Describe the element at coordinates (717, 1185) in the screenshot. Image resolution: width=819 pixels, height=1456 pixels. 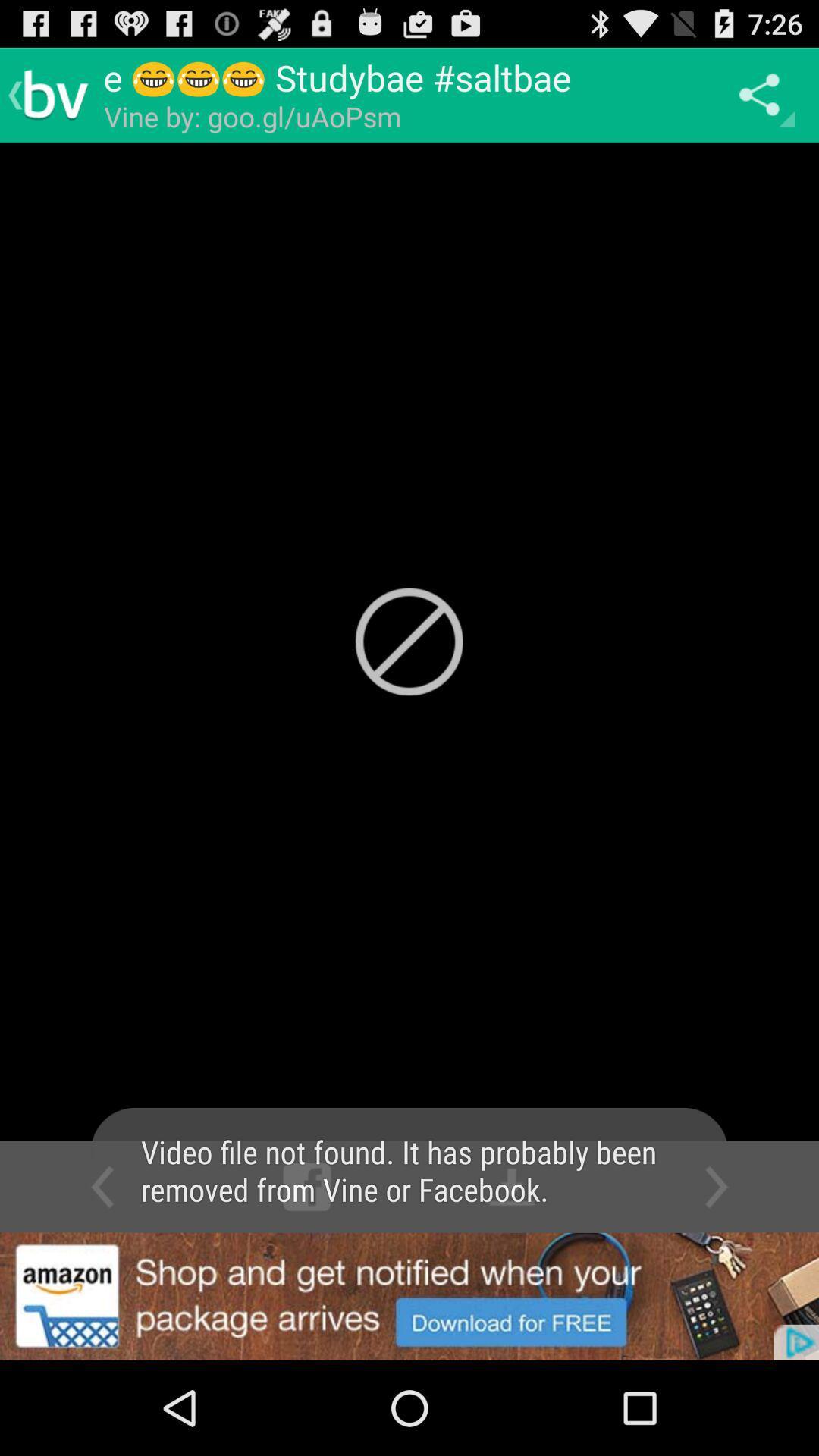
I see `the scroll right icon` at that location.